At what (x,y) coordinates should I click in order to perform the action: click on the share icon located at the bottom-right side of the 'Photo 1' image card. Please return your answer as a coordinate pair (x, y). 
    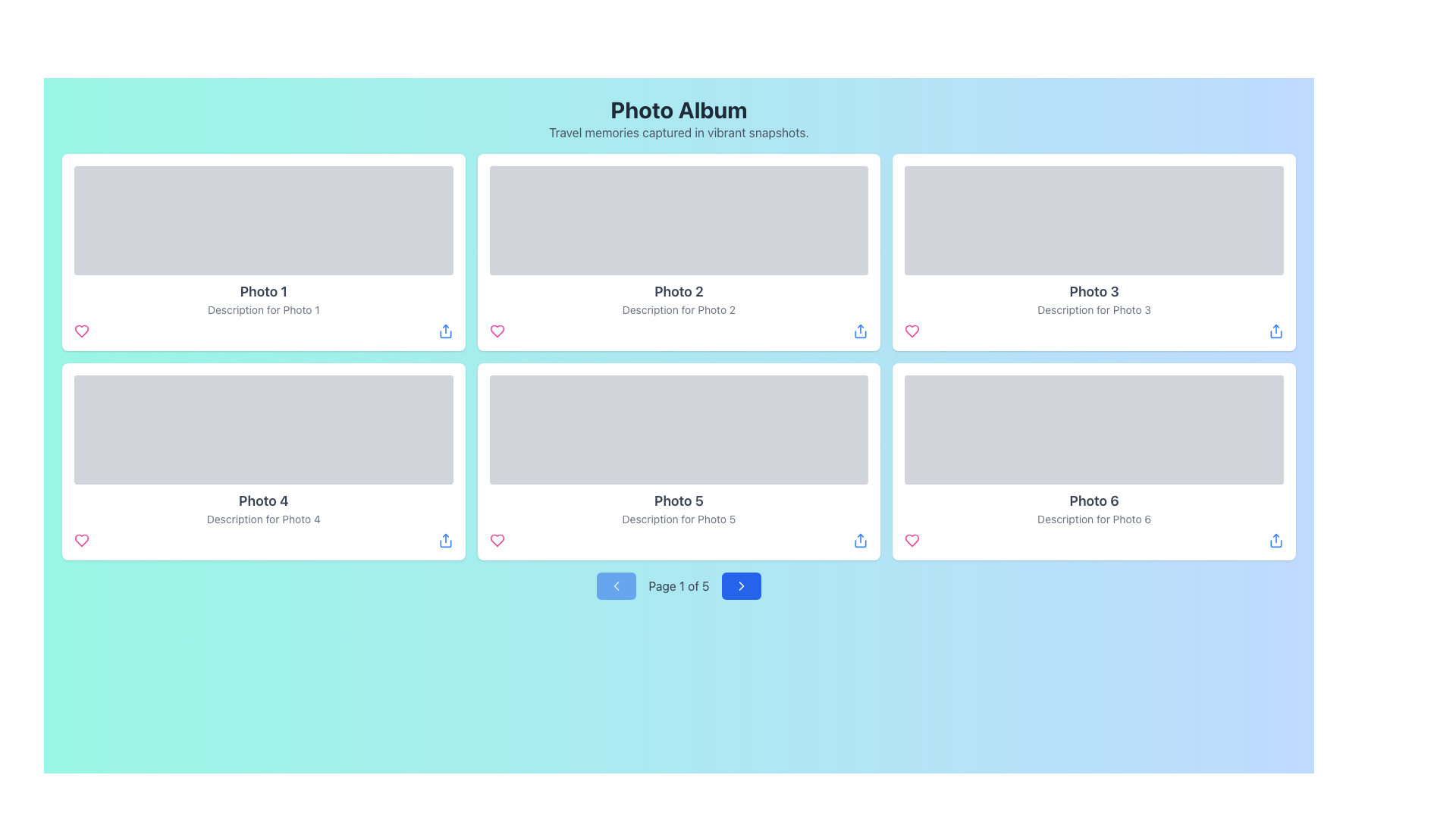
    Looking at the image, I should click on (444, 330).